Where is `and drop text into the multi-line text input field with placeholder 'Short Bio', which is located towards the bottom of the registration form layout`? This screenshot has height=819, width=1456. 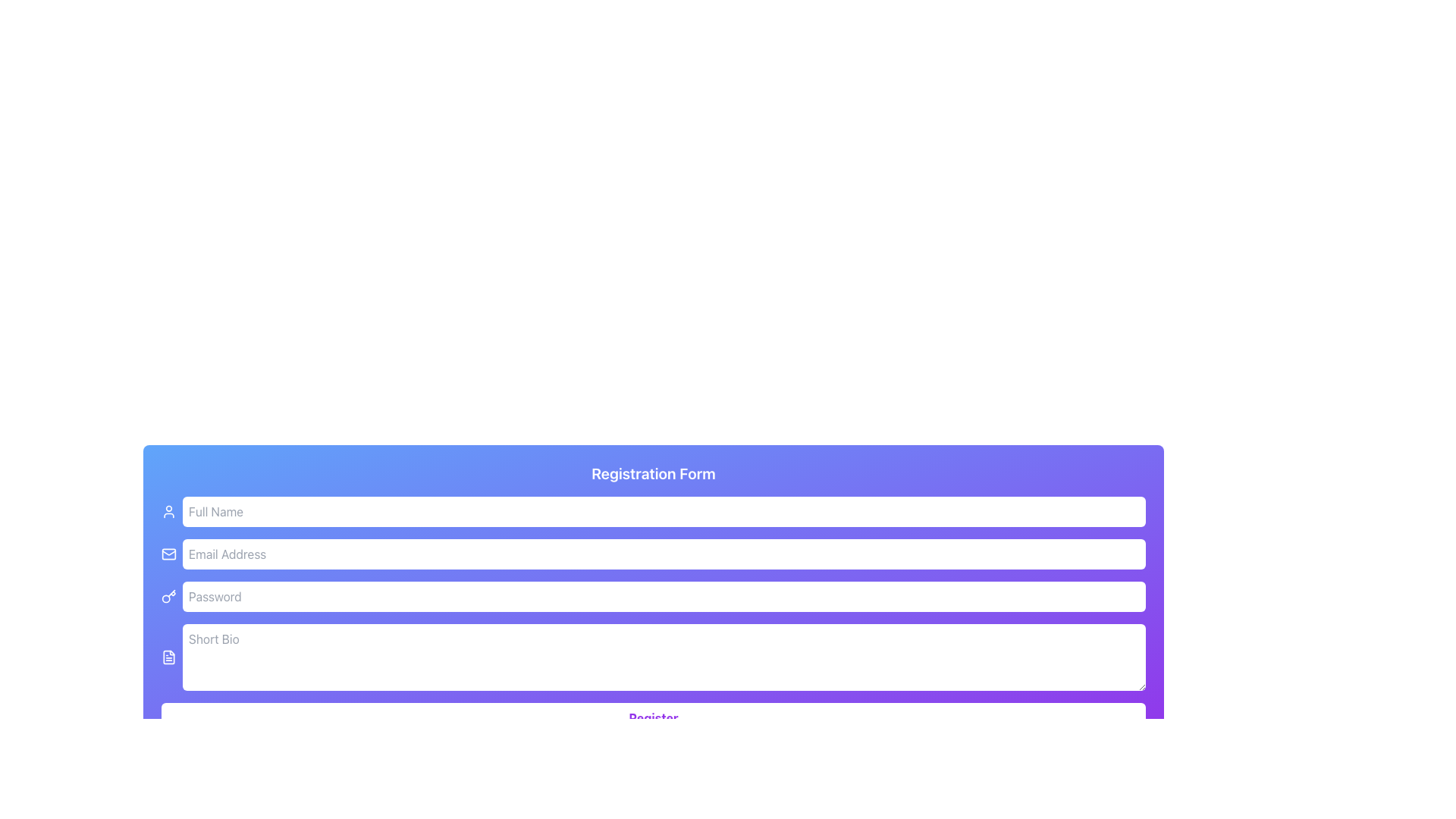 and drop text into the multi-line text input field with placeholder 'Short Bio', which is located towards the bottom of the registration form layout is located at coordinates (664, 657).